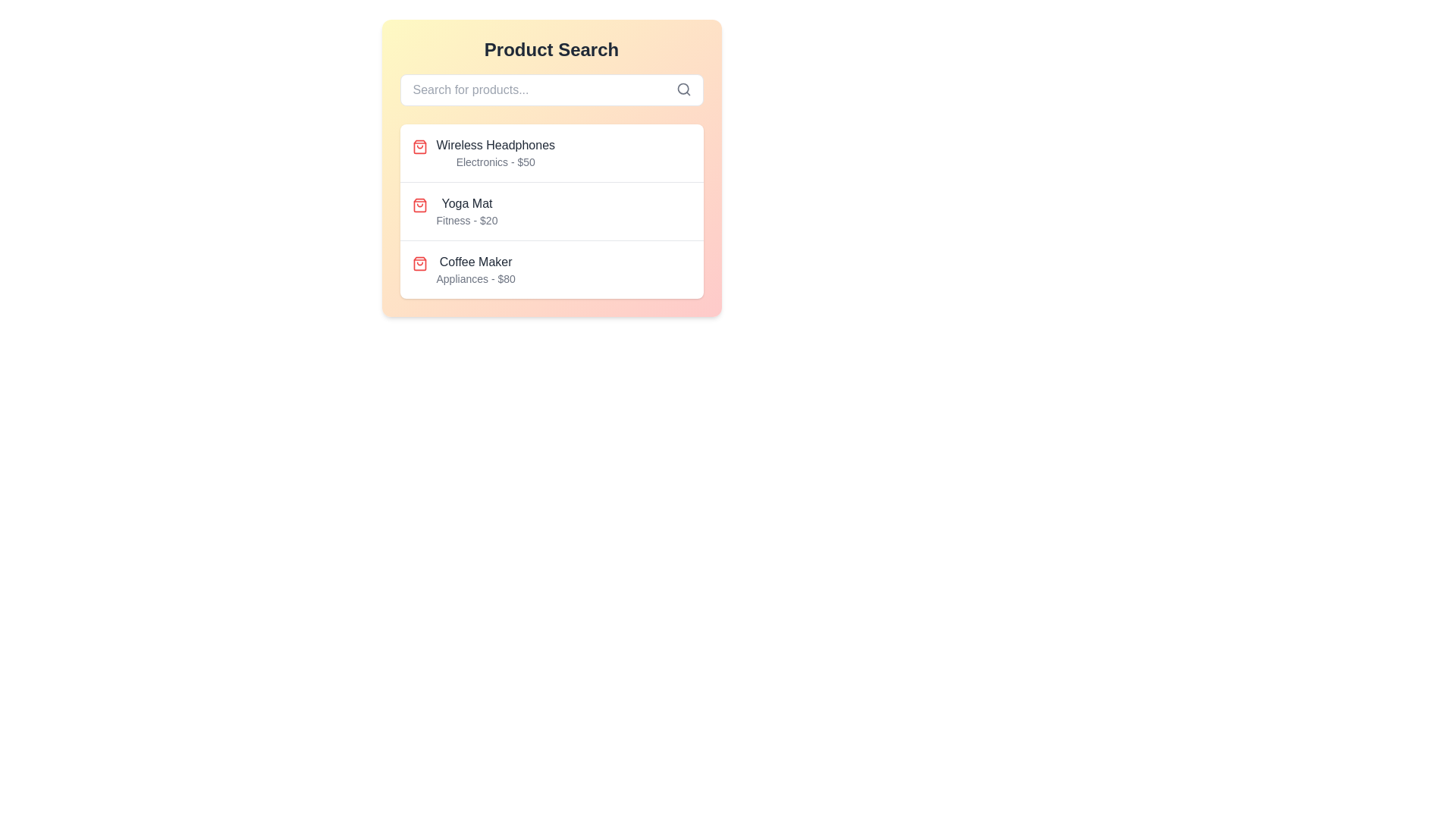 The width and height of the screenshot is (1456, 819). Describe the element at coordinates (466, 203) in the screenshot. I see `the text label that identifies the product 'Yoga Mat' in the product list under 'Product Search.'` at that location.